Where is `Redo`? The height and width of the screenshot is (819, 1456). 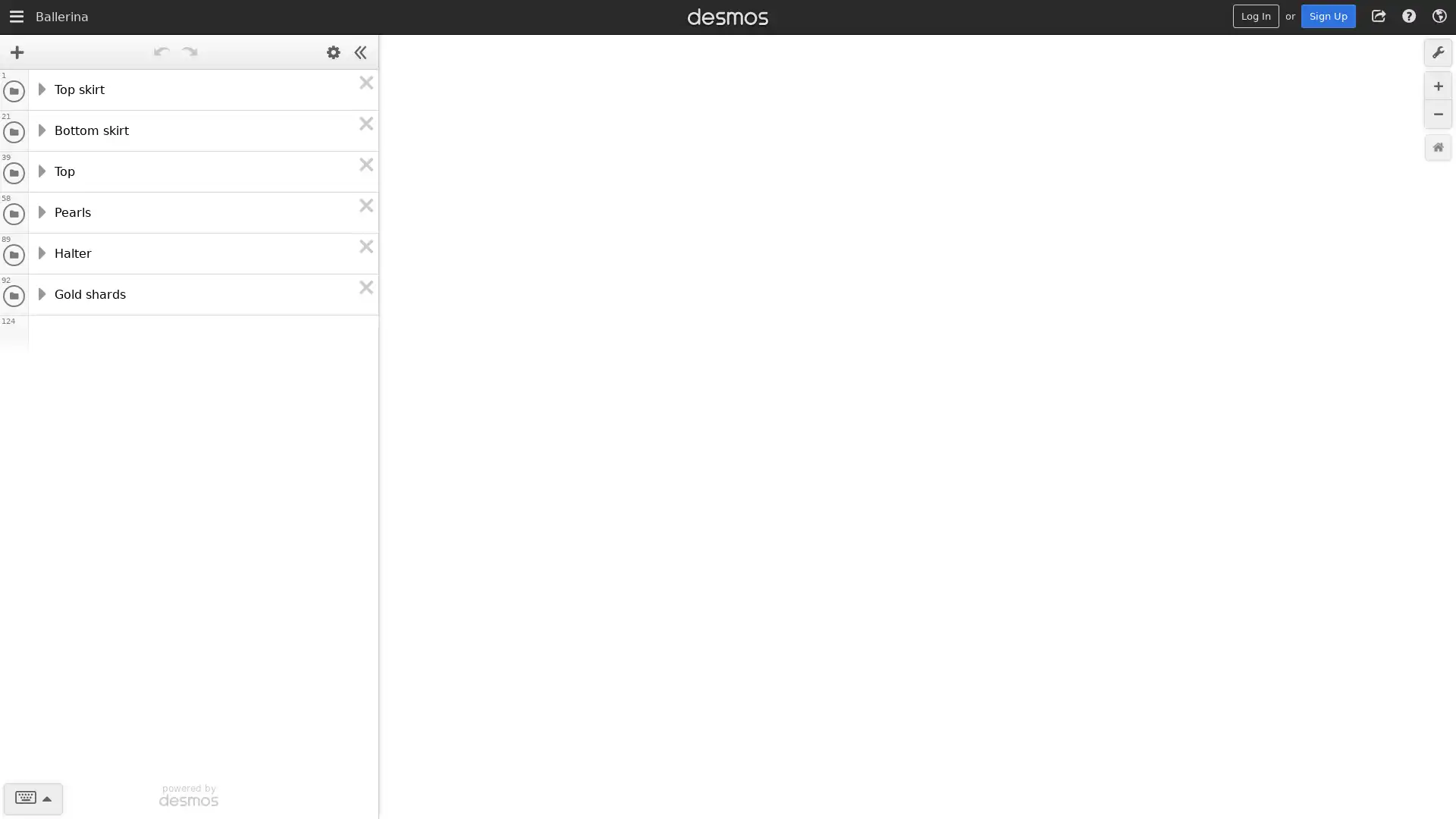 Redo is located at coordinates (188, 52).